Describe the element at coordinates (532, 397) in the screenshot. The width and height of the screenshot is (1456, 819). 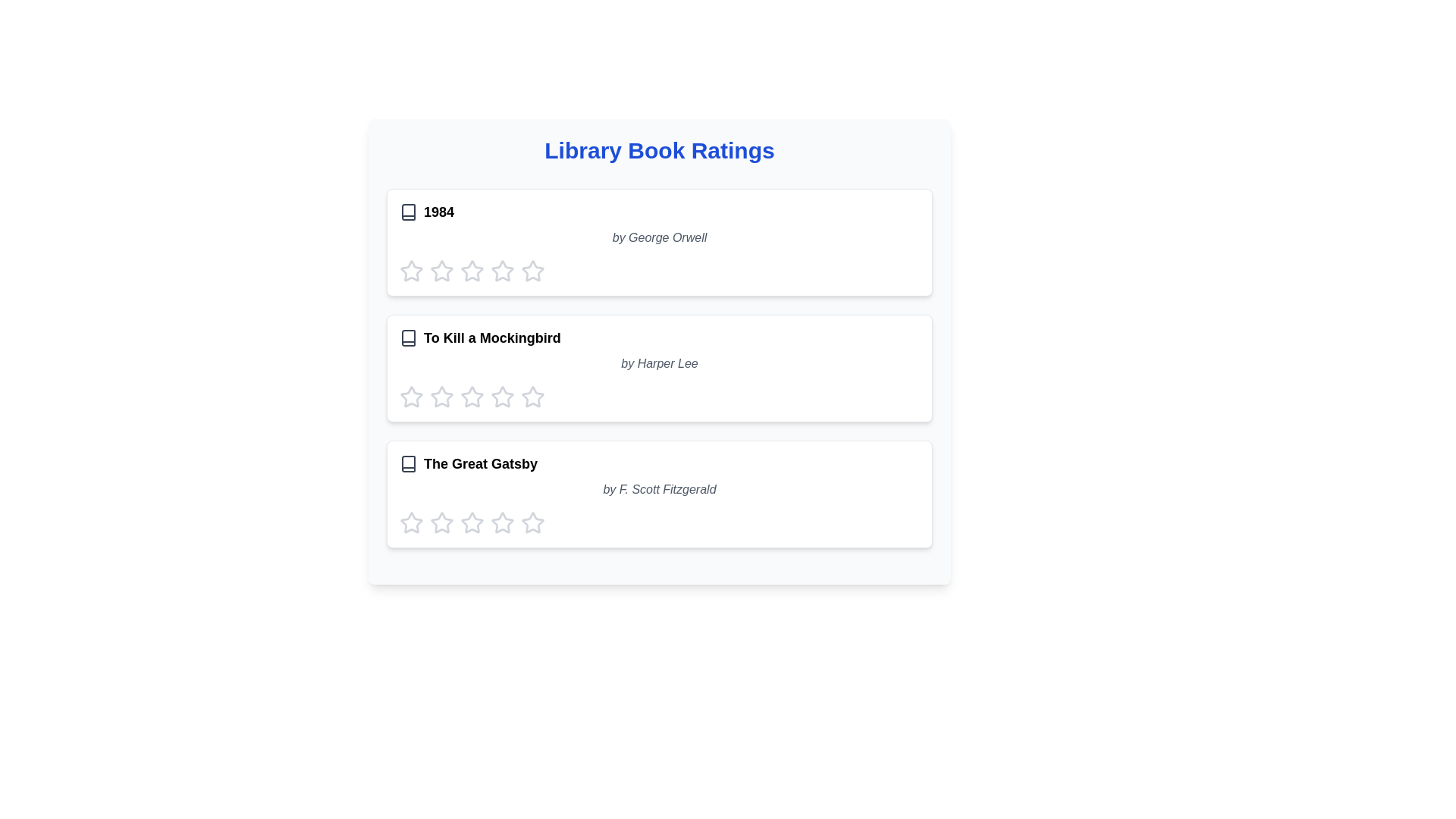
I see `the fifth star-shaped rating button for 'To Kill a Mockingbird' to observe the animation effect` at that location.